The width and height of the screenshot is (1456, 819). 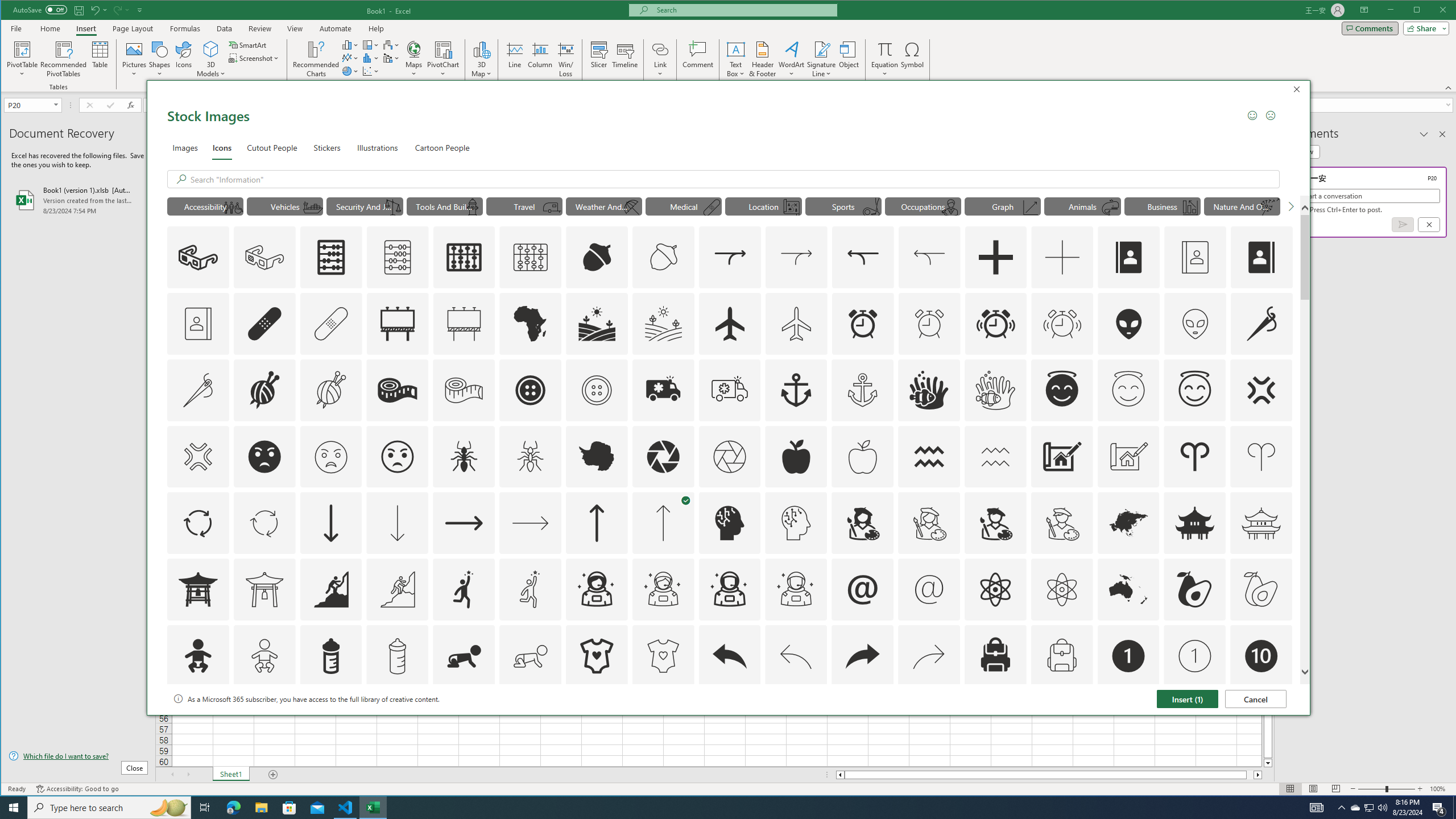 I want to click on 'AutomationID: Icons_Aspiration1_M', so click(x=531, y=589).